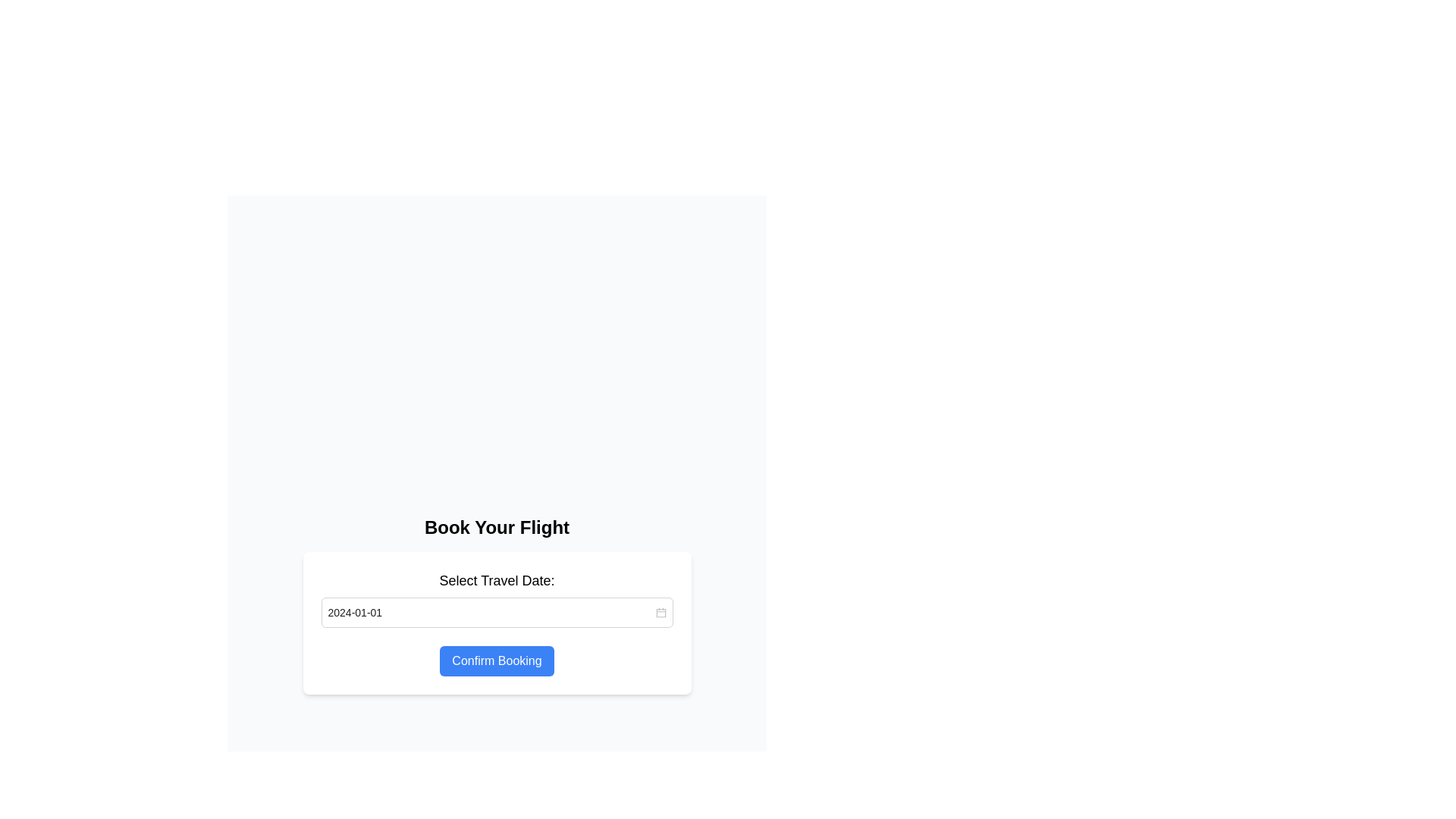 Image resolution: width=1456 pixels, height=819 pixels. Describe the element at coordinates (497, 580) in the screenshot. I see `the Text Label that indicates the travel date selection for the date input field` at that location.